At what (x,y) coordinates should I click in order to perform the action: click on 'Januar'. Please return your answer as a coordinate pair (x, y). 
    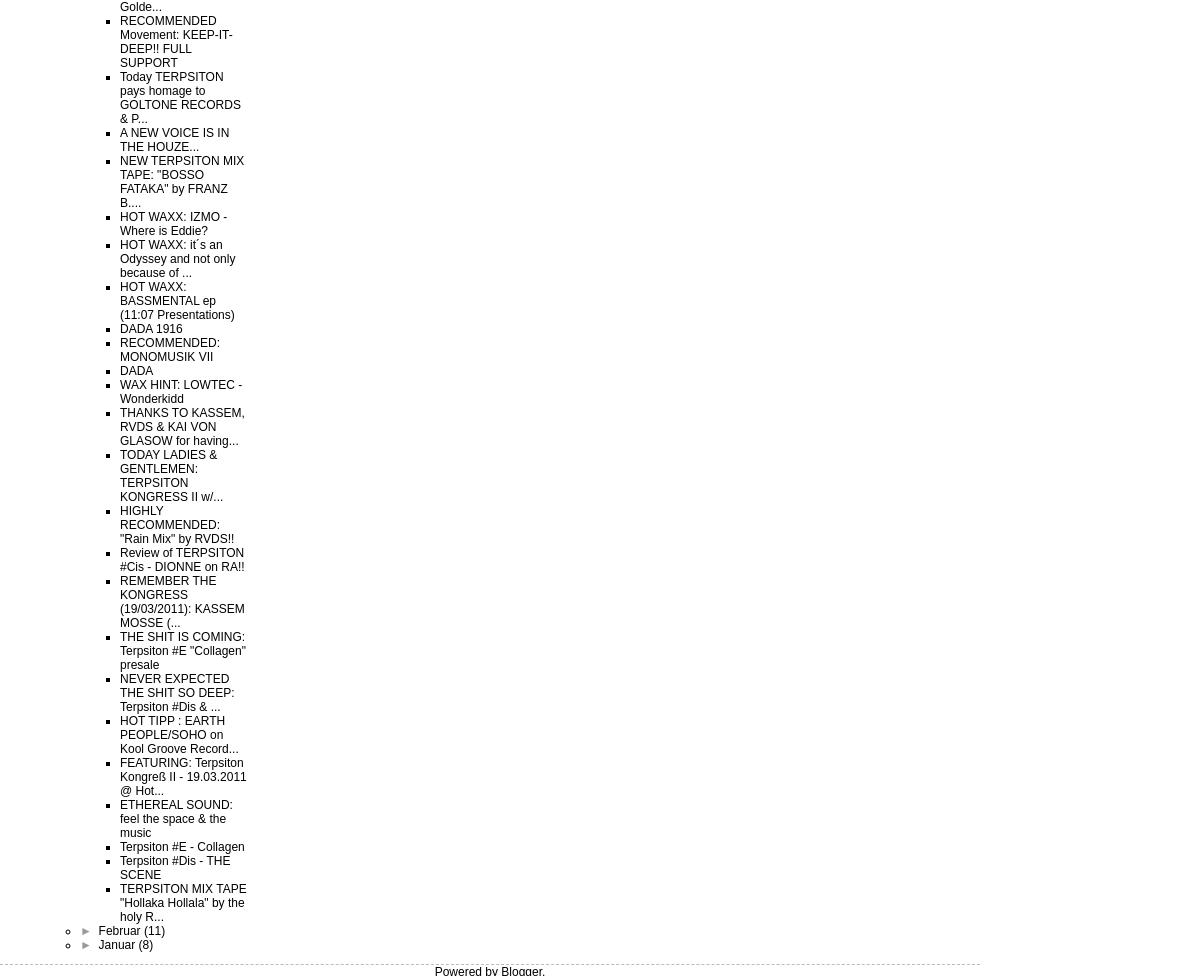
    Looking at the image, I should click on (117, 943).